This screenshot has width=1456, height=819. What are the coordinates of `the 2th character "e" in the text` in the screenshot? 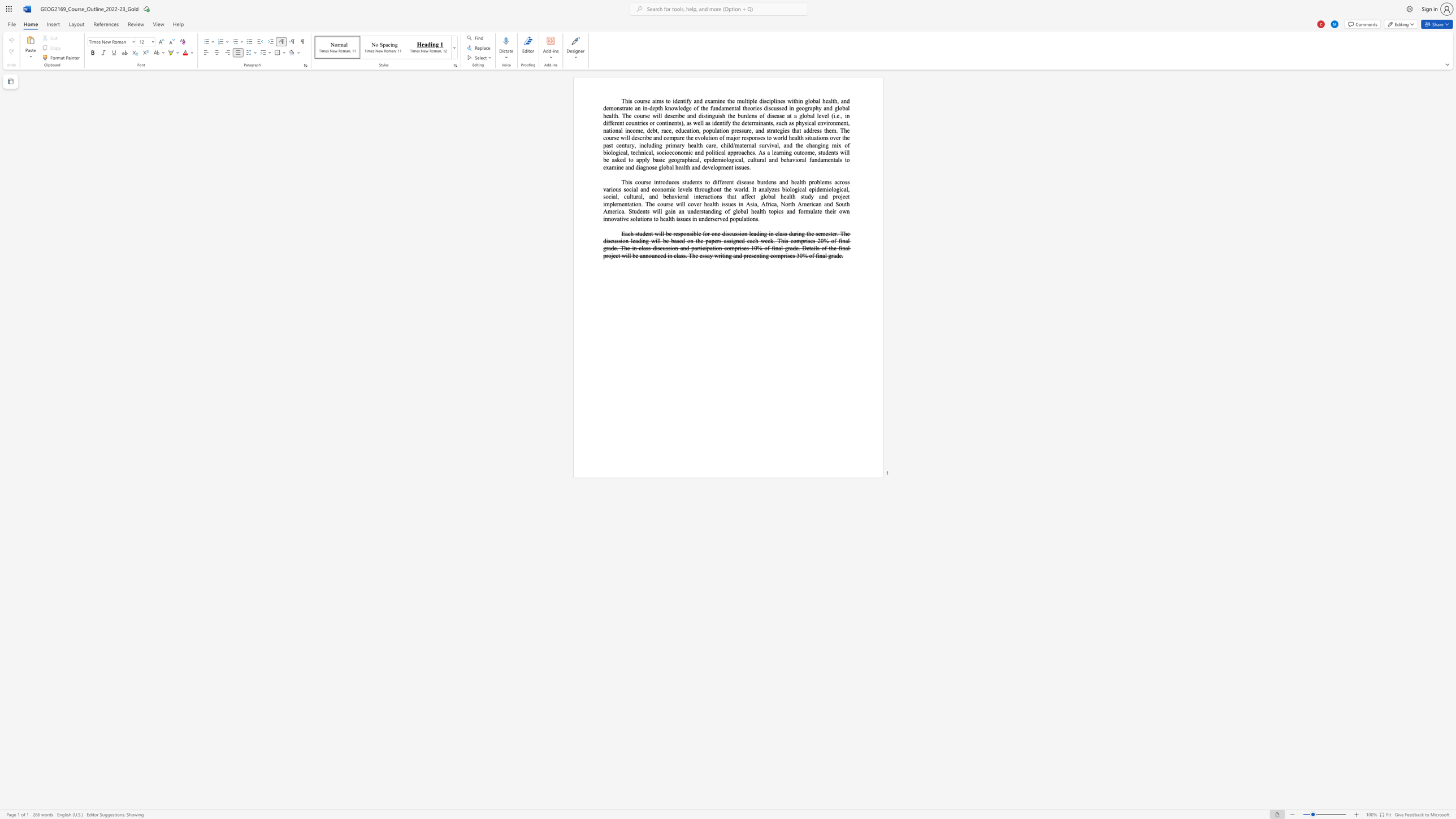 It's located at (678, 101).